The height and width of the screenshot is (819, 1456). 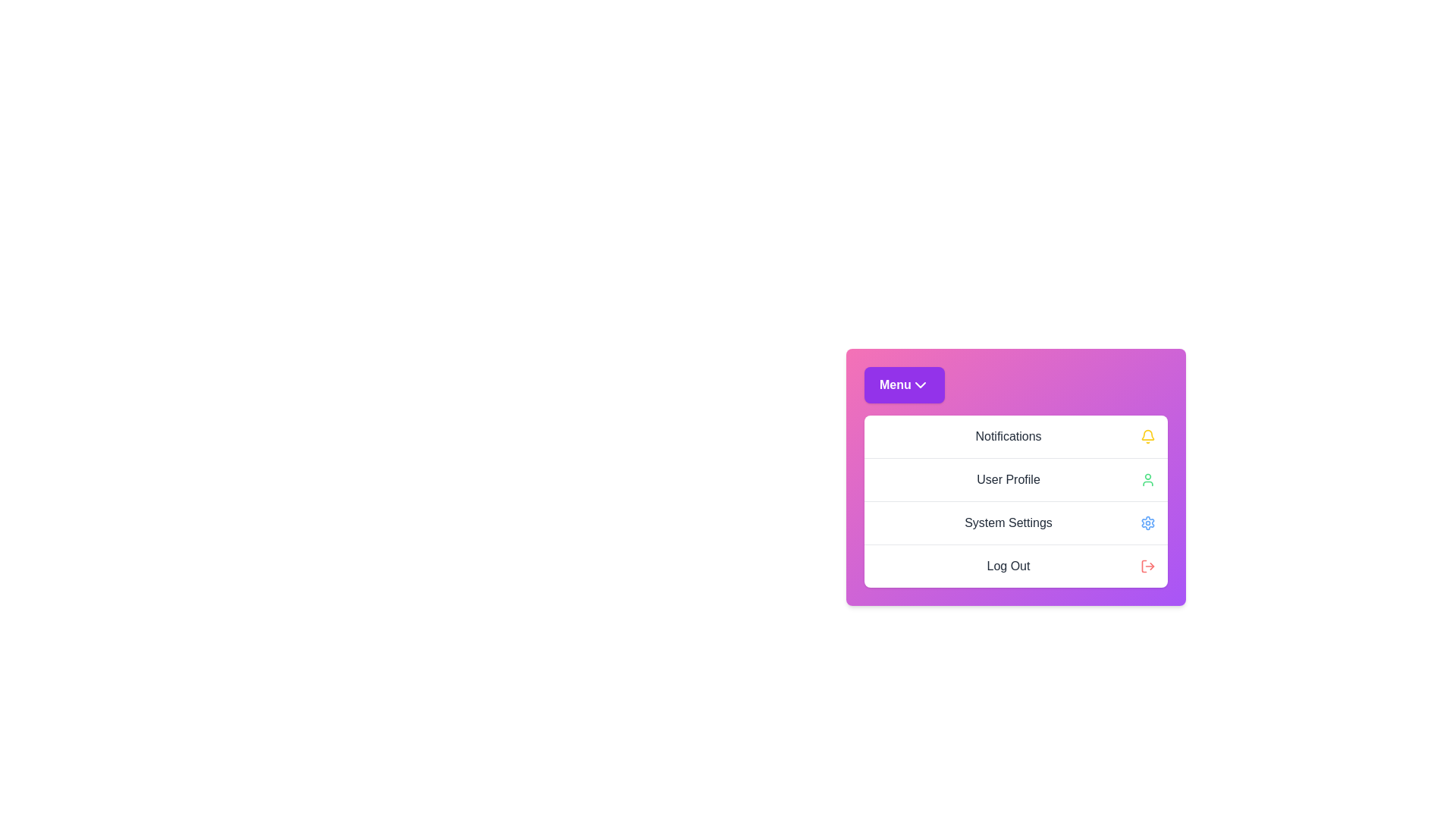 What do you see at coordinates (1015, 522) in the screenshot?
I see `the 'System Settings' option in the menu` at bounding box center [1015, 522].